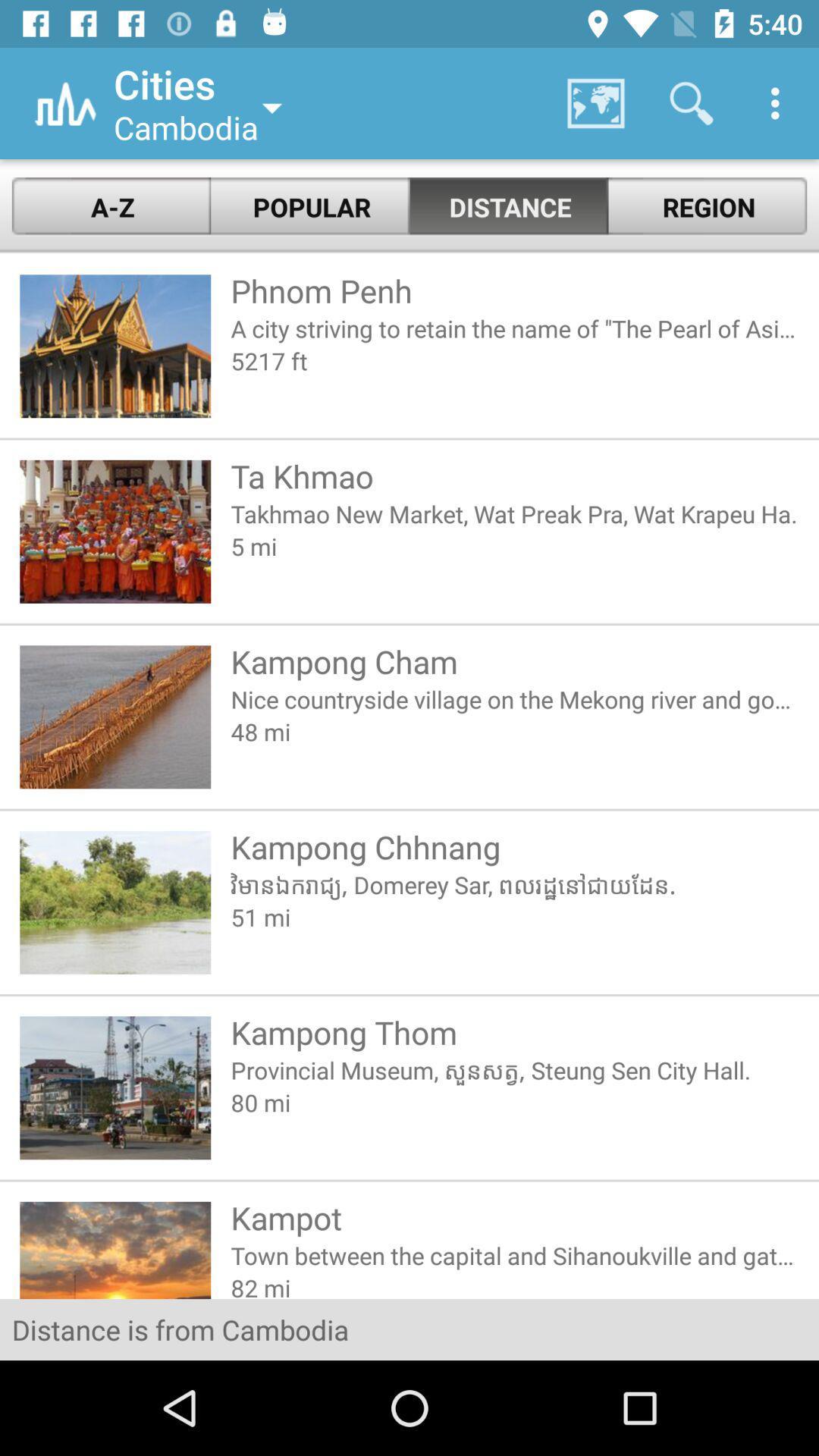 The width and height of the screenshot is (819, 1456). What do you see at coordinates (779, 103) in the screenshot?
I see `the icon next to search icon` at bounding box center [779, 103].